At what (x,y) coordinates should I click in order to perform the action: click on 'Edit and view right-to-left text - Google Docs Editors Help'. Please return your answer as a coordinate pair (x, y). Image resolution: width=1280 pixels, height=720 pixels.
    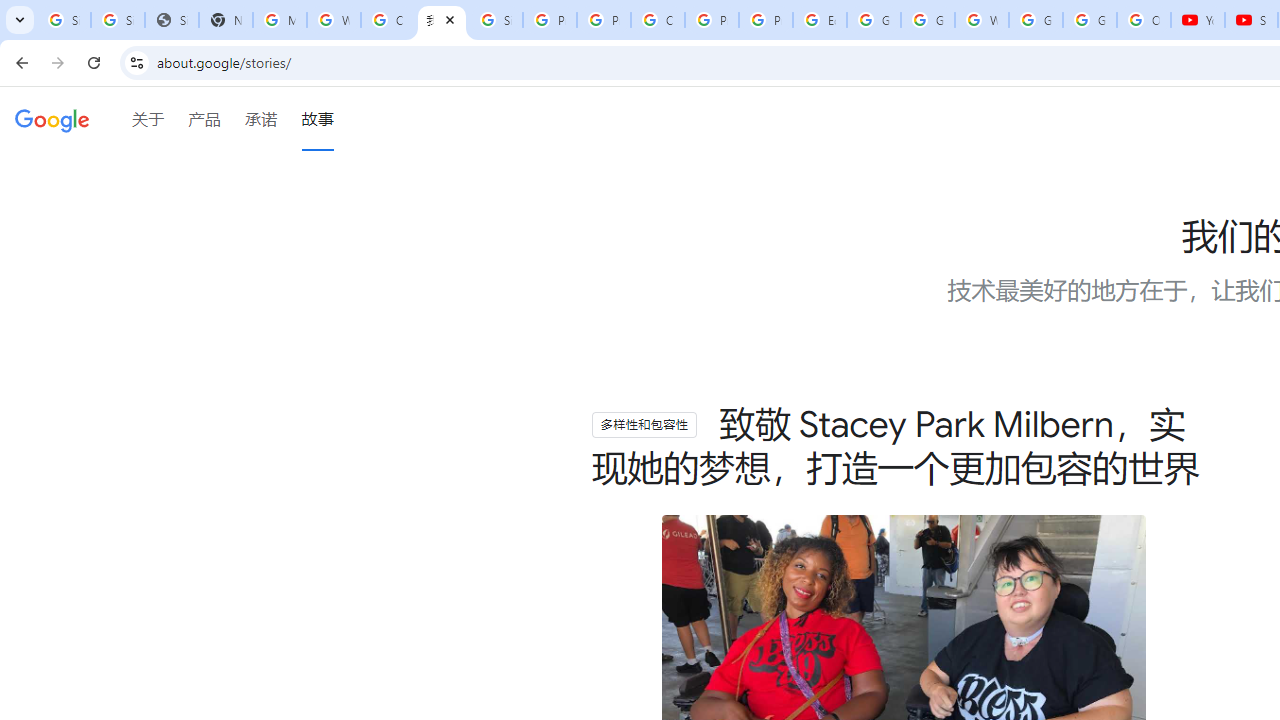
    Looking at the image, I should click on (819, 20).